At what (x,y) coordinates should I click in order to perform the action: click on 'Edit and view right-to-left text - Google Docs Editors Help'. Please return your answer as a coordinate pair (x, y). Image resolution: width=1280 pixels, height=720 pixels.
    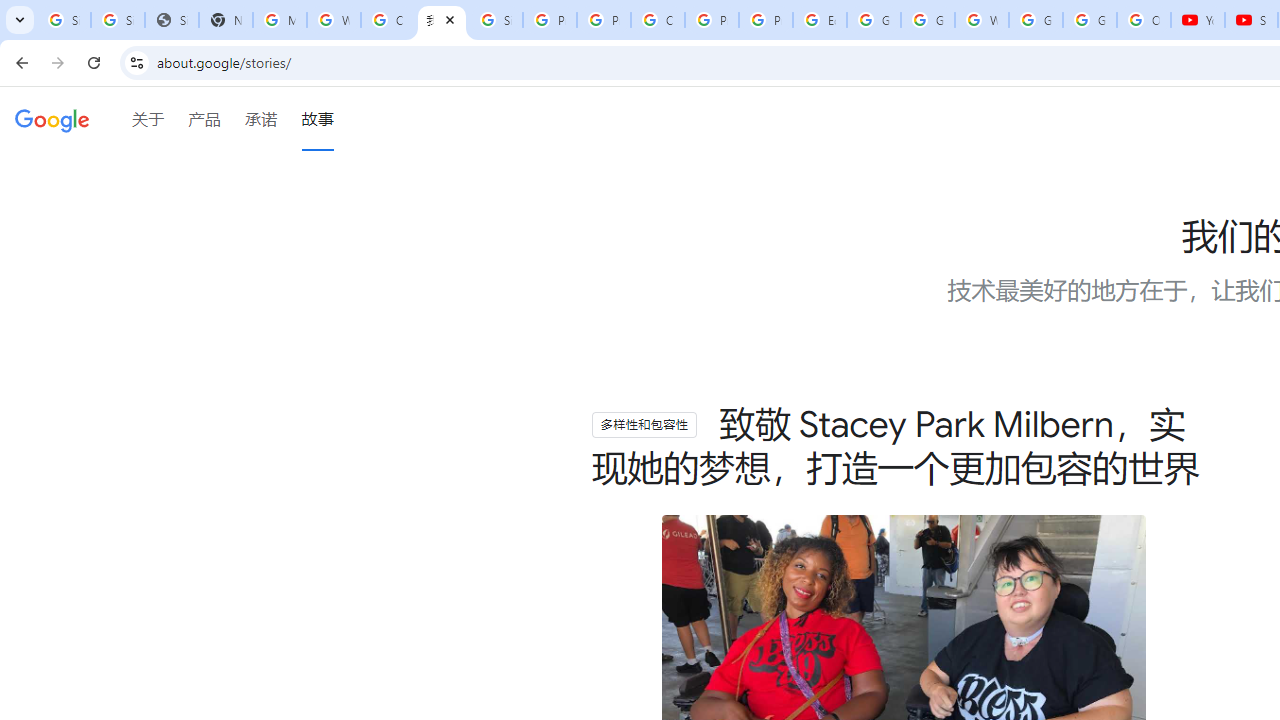
    Looking at the image, I should click on (819, 20).